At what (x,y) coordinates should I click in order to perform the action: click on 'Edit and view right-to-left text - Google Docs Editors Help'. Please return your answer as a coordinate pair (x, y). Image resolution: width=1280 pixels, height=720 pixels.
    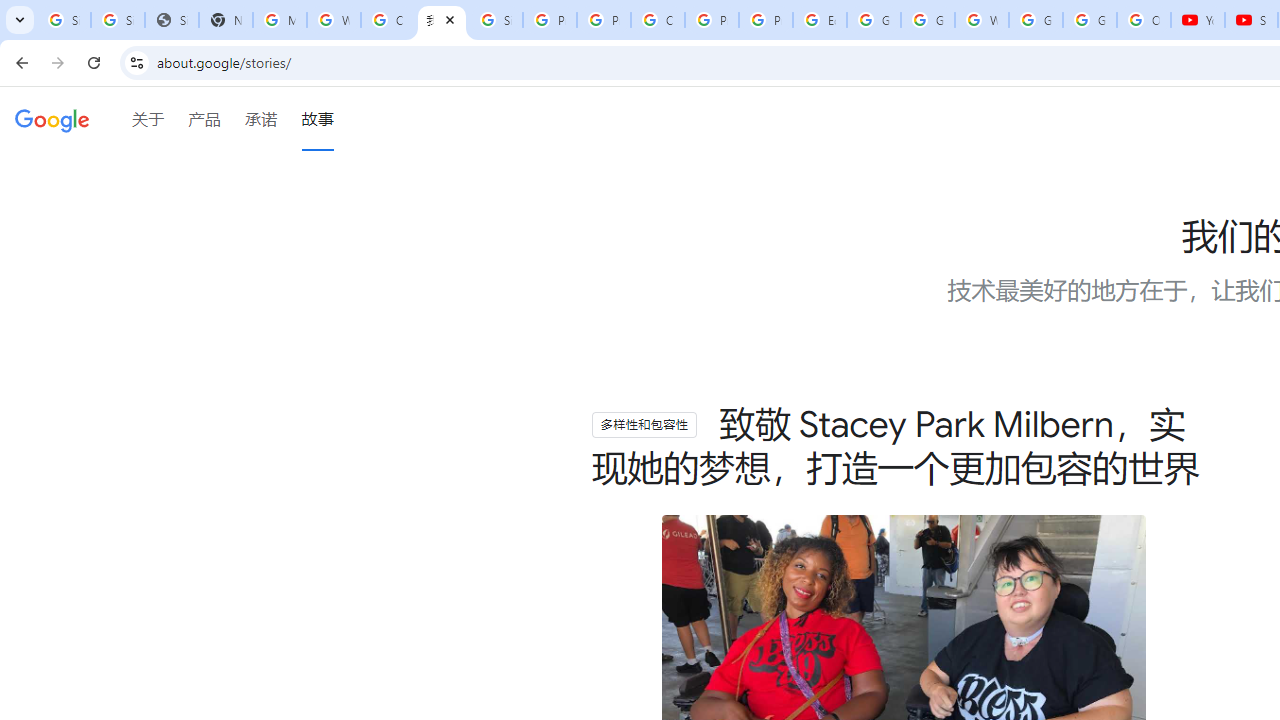
    Looking at the image, I should click on (819, 20).